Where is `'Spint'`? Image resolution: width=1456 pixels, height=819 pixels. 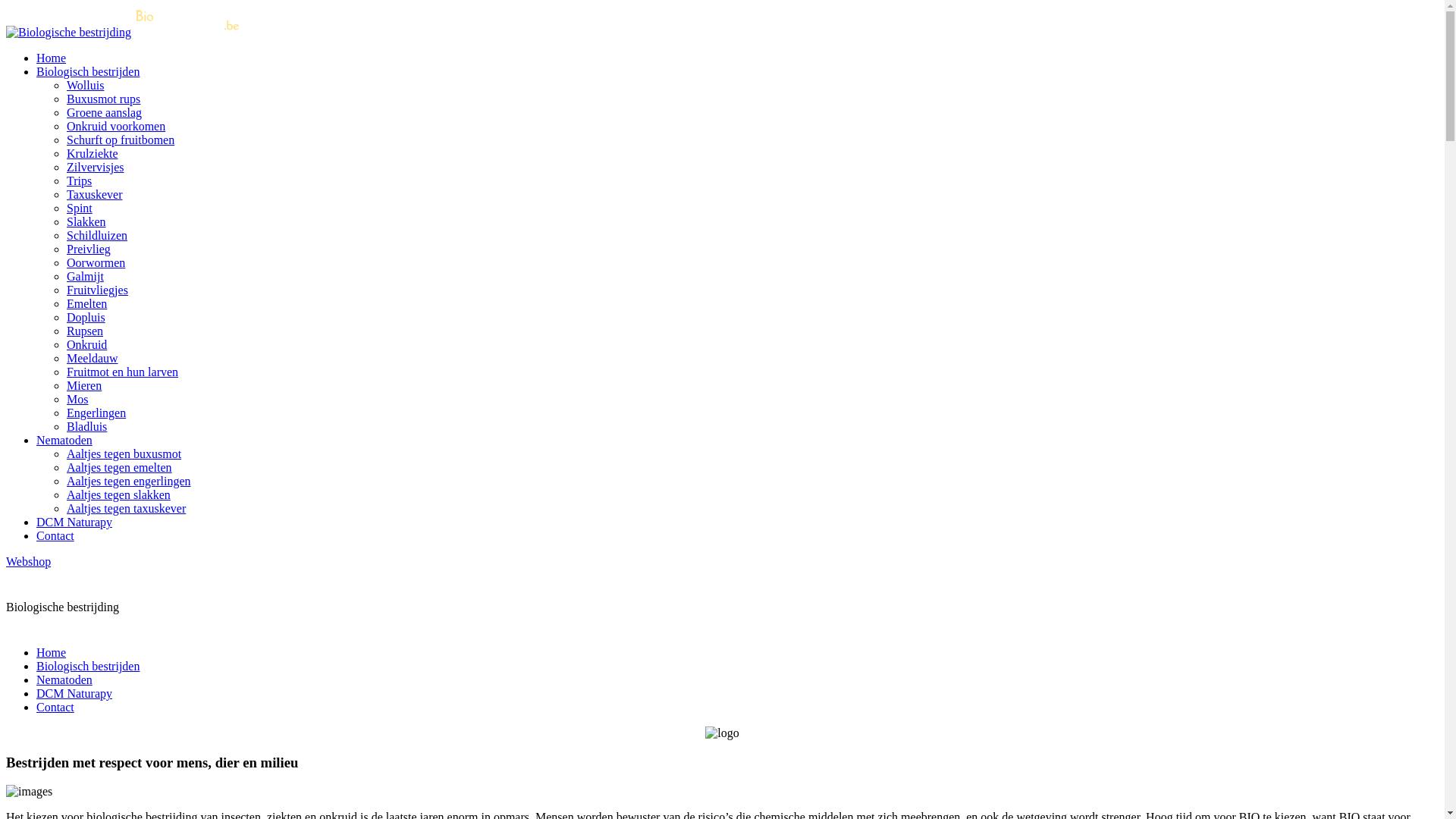 'Spint' is located at coordinates (79, 208).